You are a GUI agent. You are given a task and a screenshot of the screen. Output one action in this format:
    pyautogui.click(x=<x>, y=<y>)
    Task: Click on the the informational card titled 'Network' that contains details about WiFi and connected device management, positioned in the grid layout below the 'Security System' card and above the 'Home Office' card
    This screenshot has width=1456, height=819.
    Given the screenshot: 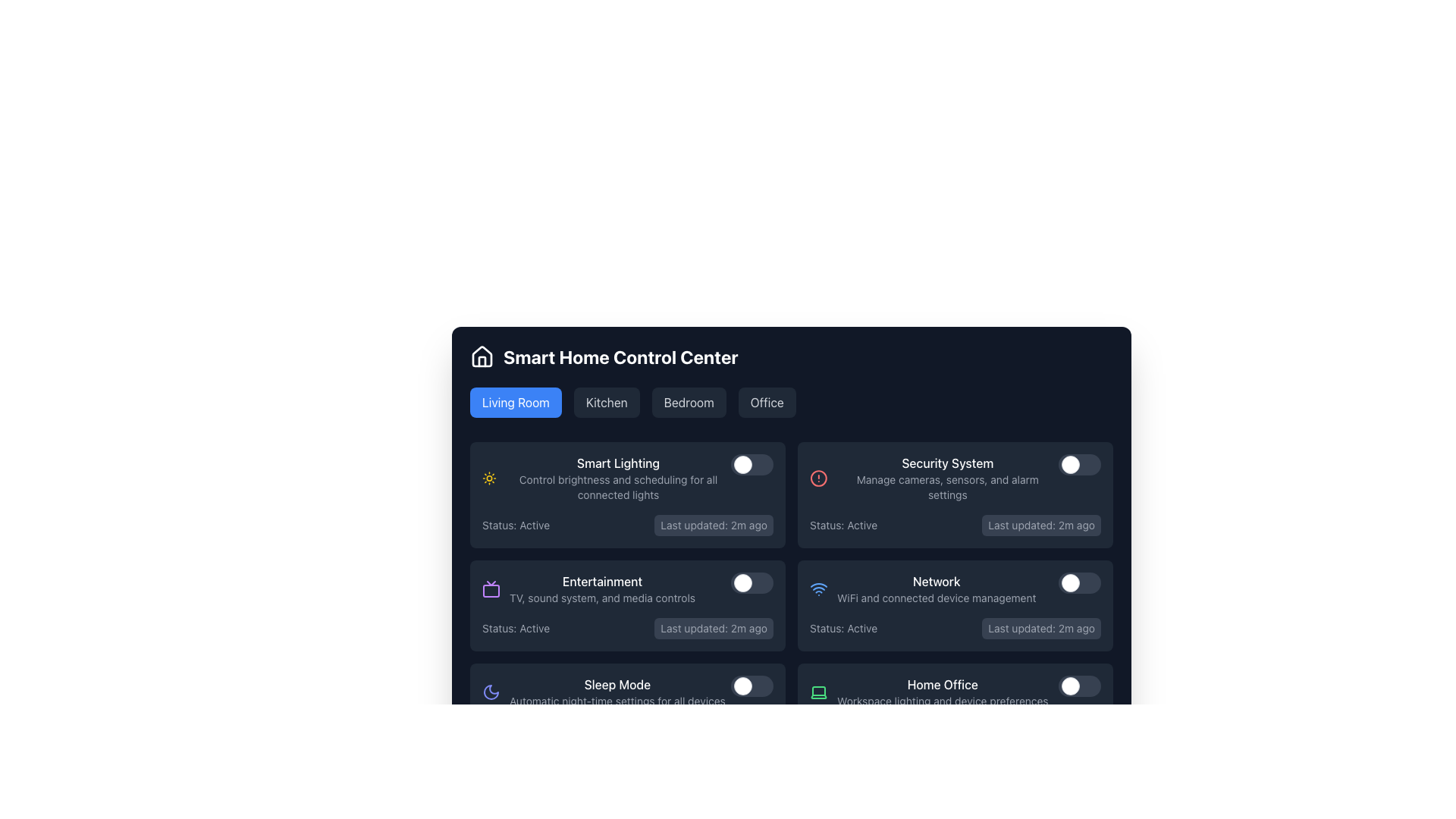 What is the action you would take?
    pyautogui.click(x=922, y=588)
    